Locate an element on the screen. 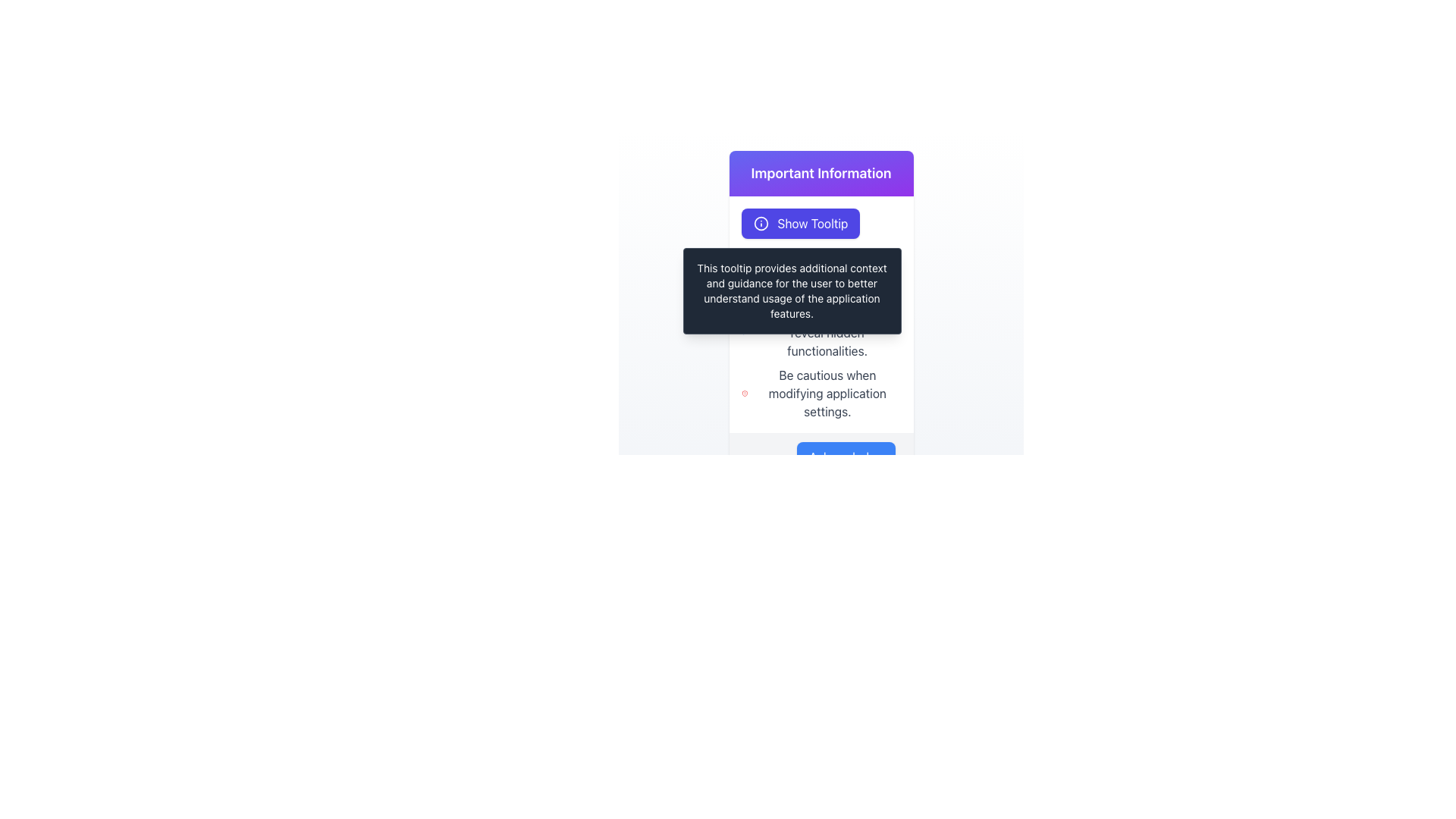  the informational text that reads 'Be cautious when modifying application settings.' which is accompanied by a red warning icon, located at the bottom of the notification box is located at coordinates (821, 393).